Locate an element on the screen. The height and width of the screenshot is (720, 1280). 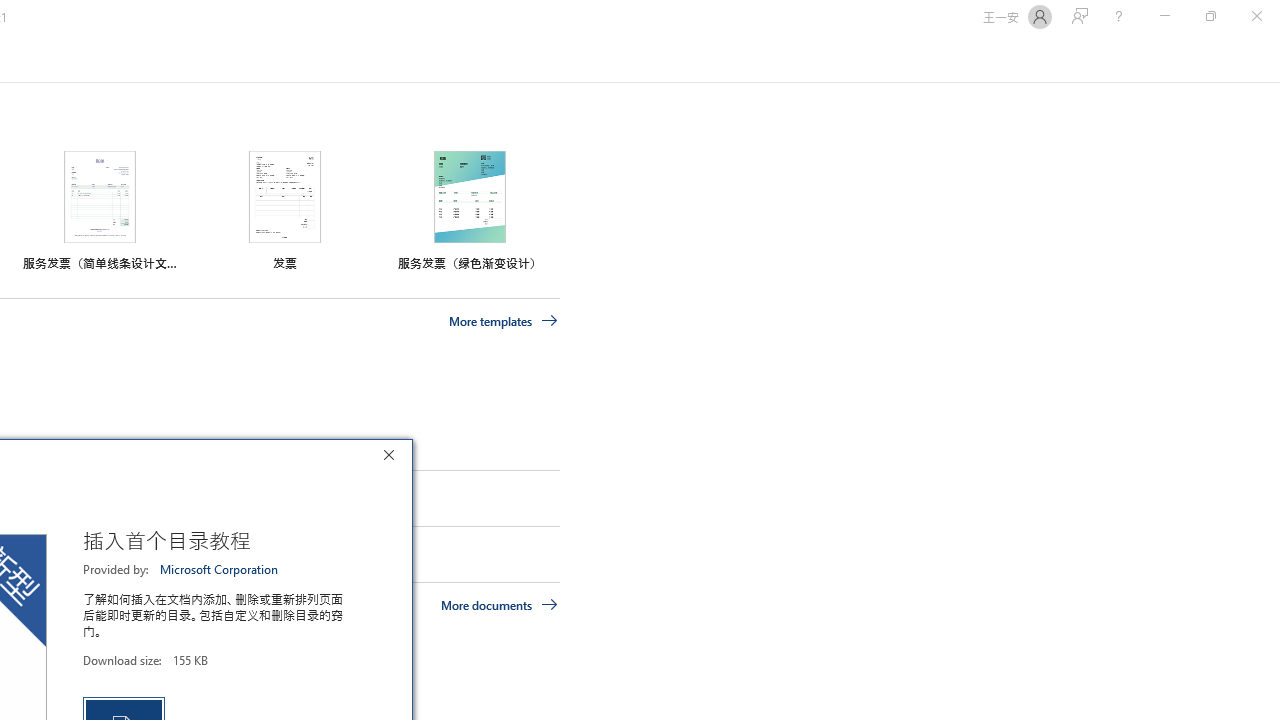
'Minimize' is located at coordinates (1164, 16).